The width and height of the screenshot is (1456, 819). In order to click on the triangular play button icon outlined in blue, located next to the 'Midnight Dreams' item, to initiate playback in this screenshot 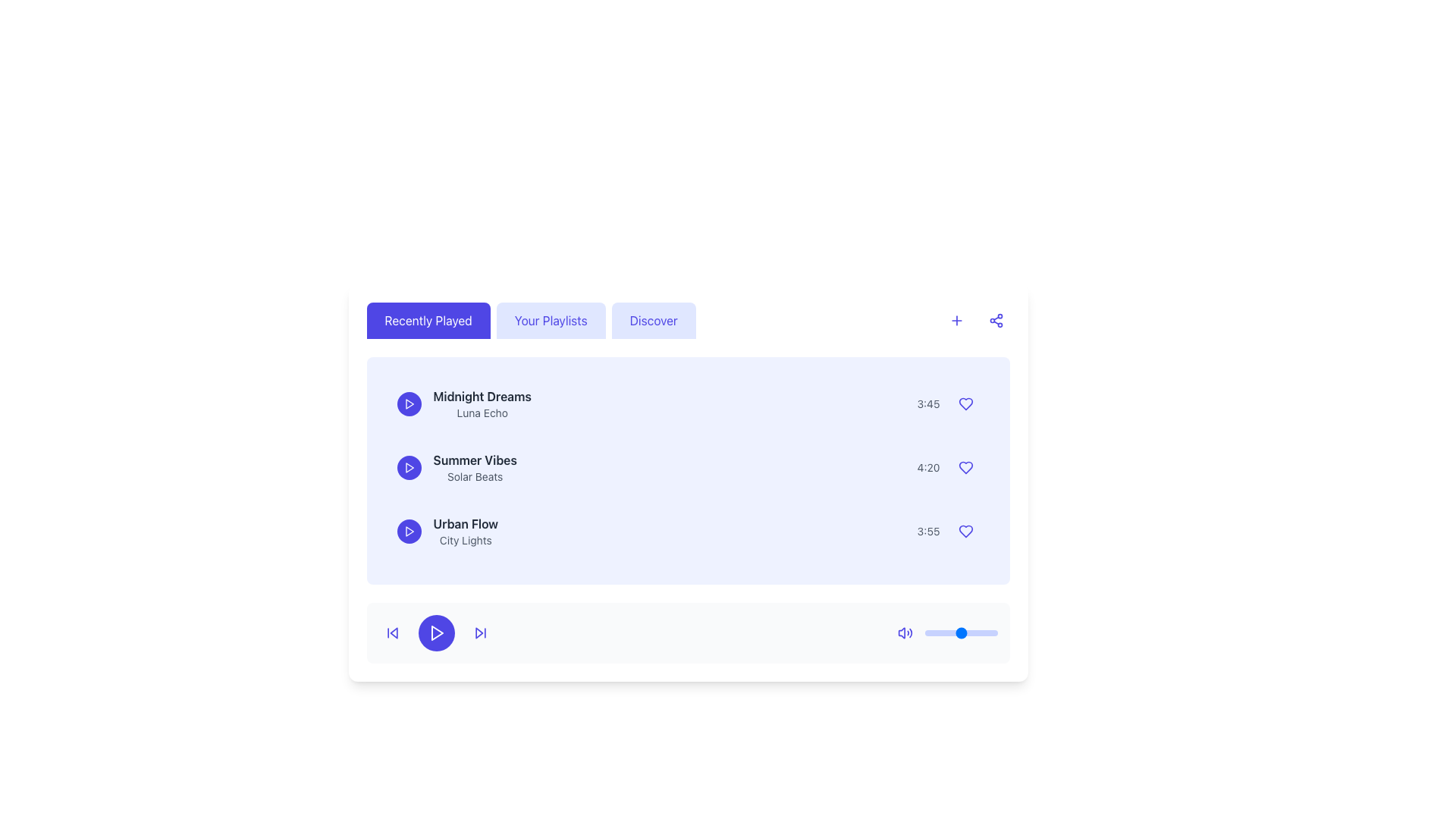, I will do `click(409, 403)`.